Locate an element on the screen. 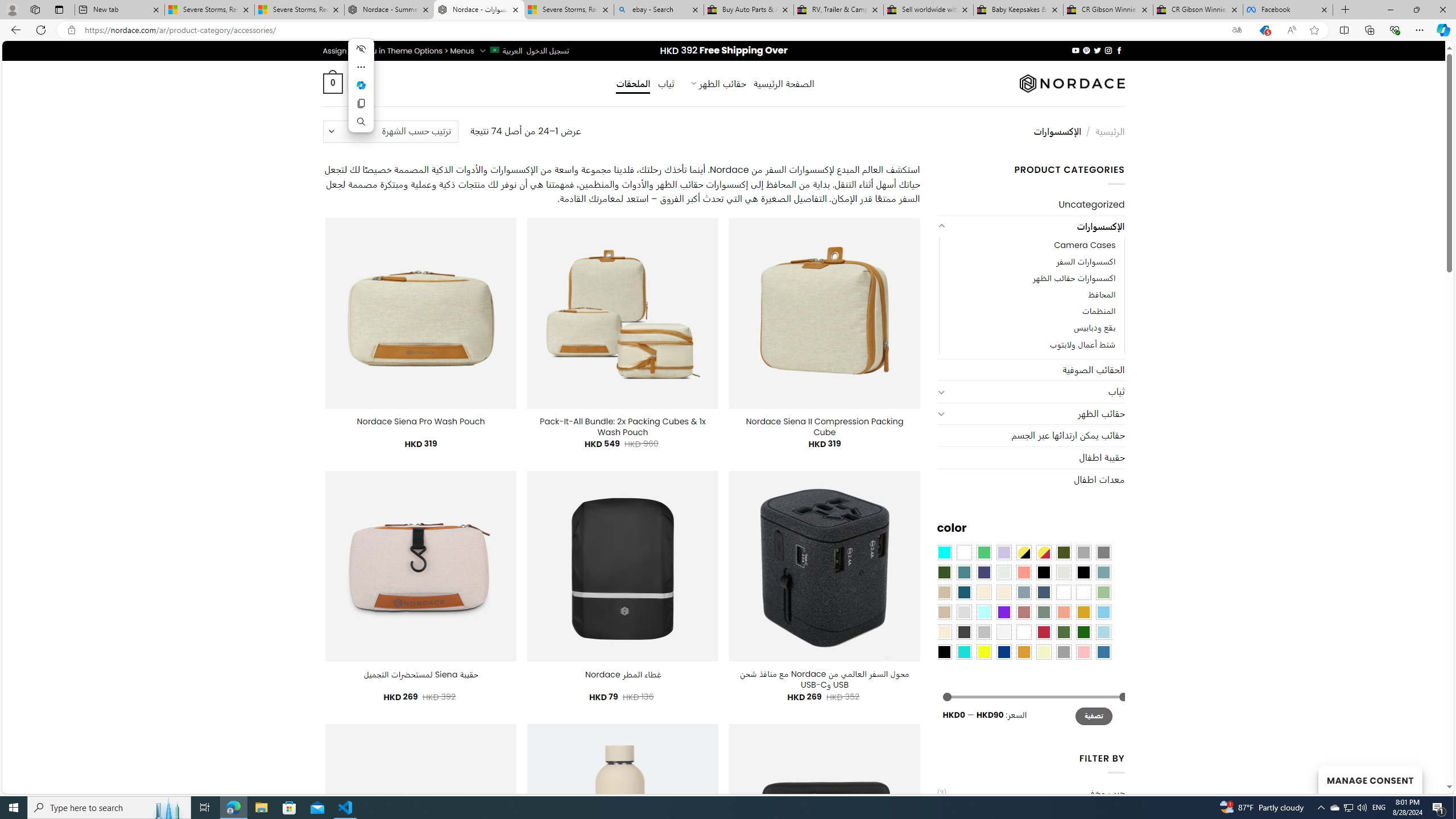 The image size is (1456, 819). 'More actions' is located at coordinates (360, 67).